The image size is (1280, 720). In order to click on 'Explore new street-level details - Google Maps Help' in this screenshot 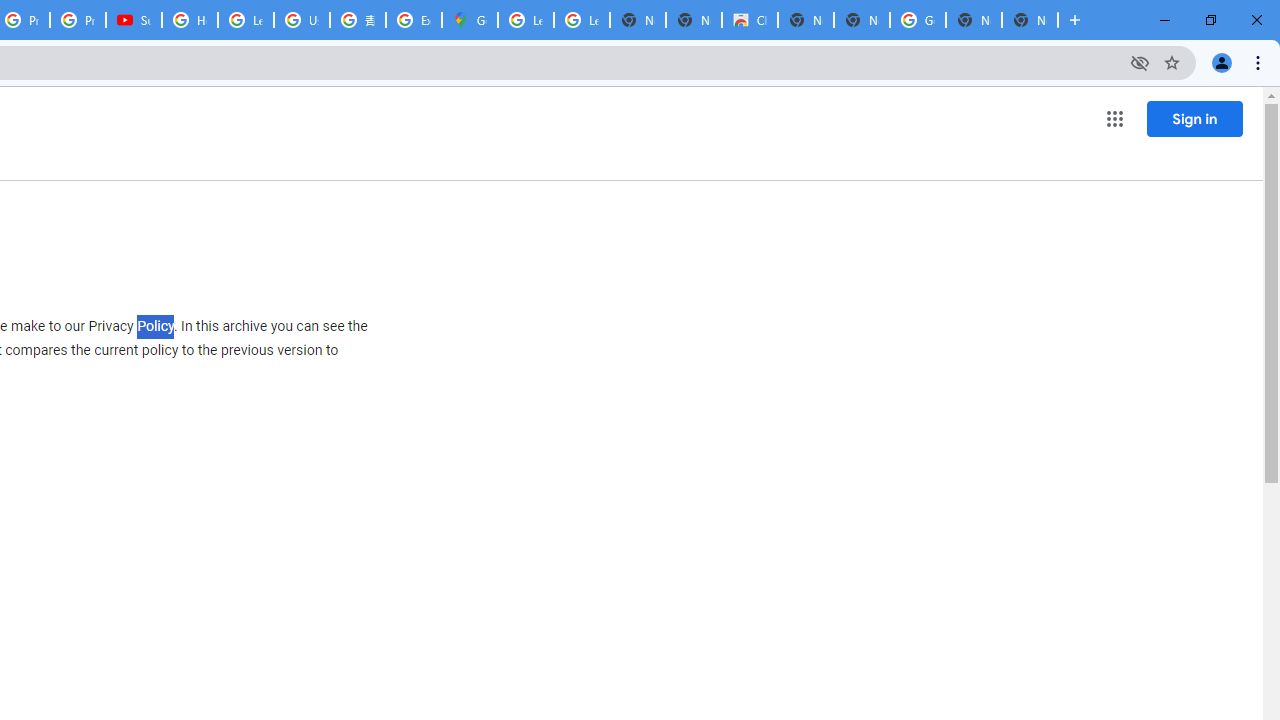, I will do `click(413, 20)`.